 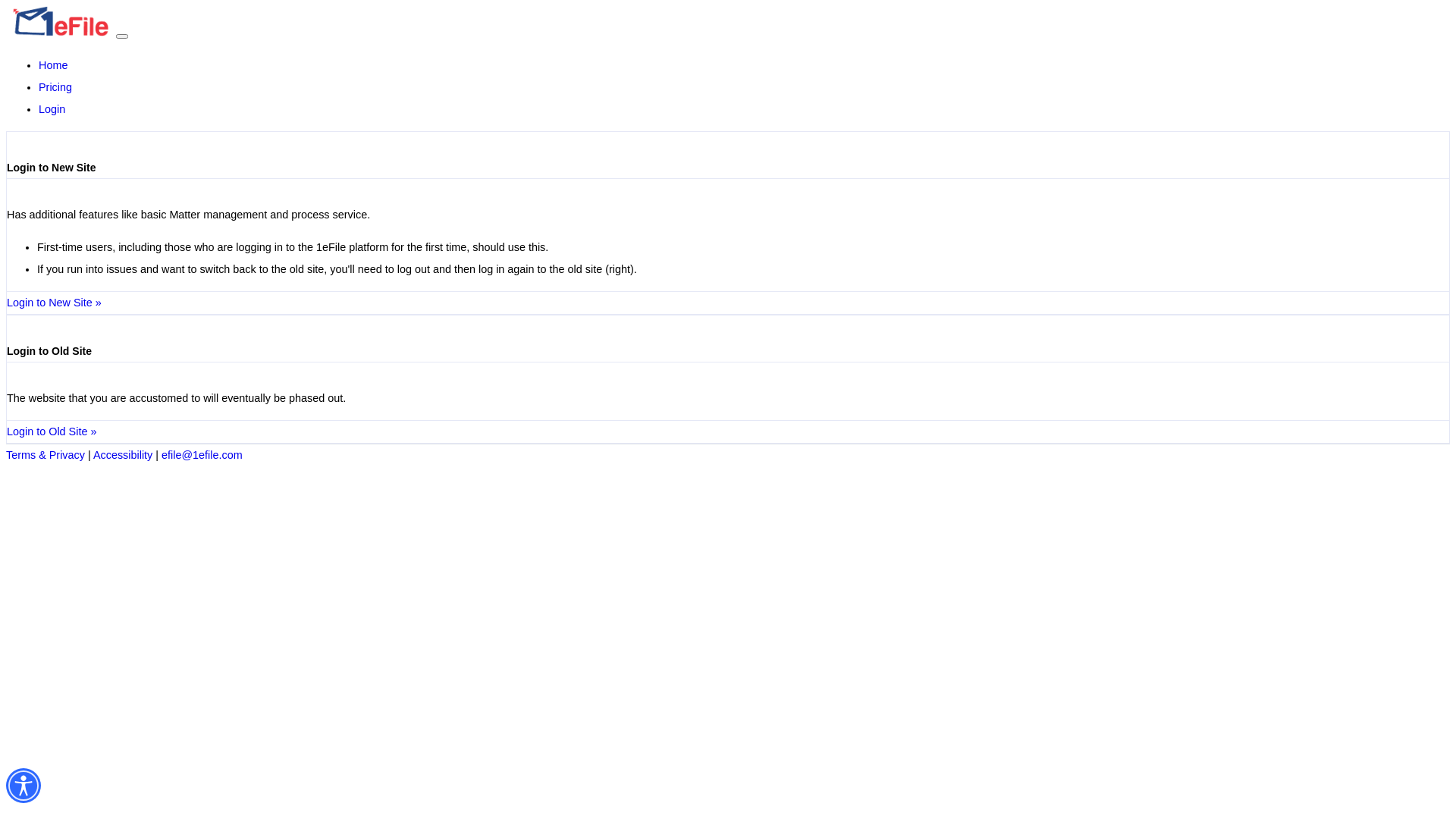 What do you see at coordinates (93, 454) in the screenshot?
I see `'Accessibility'` at bounding box center [93, 454].